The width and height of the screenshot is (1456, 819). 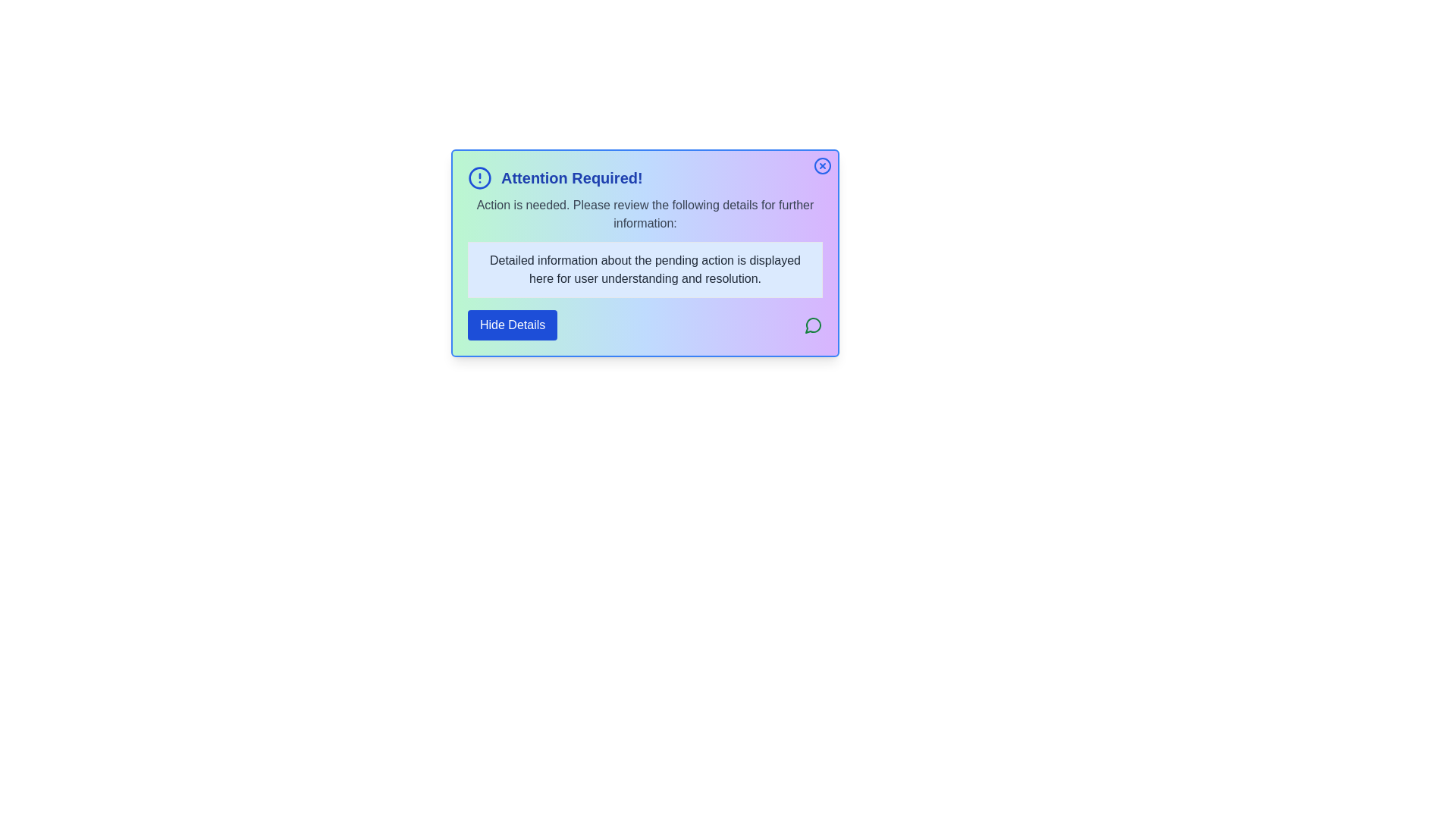 What do you see at coordinates (813, 324) in the screenshot?
I see `the message icon in the bottom-right corner of the alert box` at bounding box center [813, 324].